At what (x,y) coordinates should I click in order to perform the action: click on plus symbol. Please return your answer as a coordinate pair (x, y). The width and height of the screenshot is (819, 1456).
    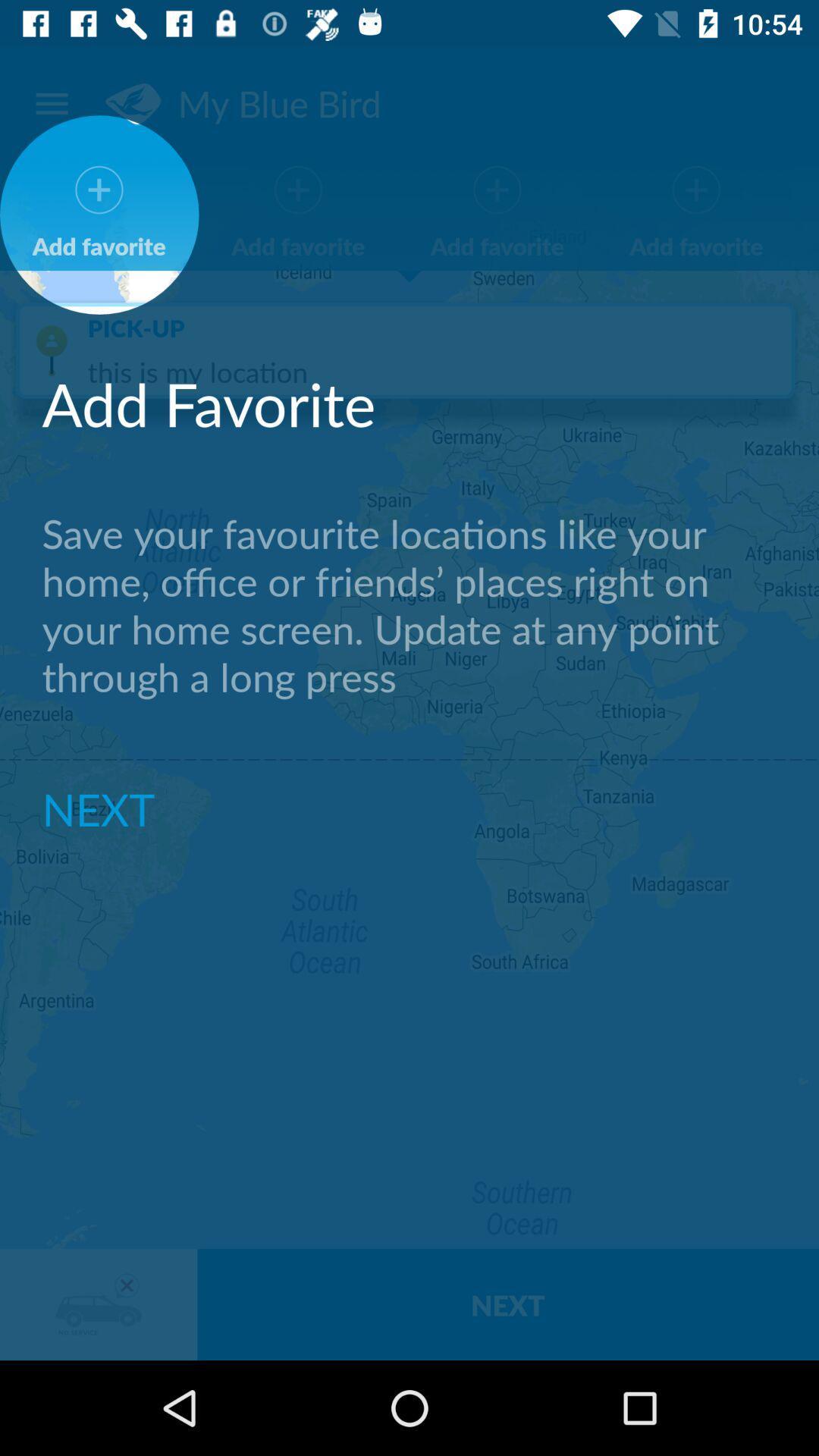
    Looking at the image, I should click on (298, 189).